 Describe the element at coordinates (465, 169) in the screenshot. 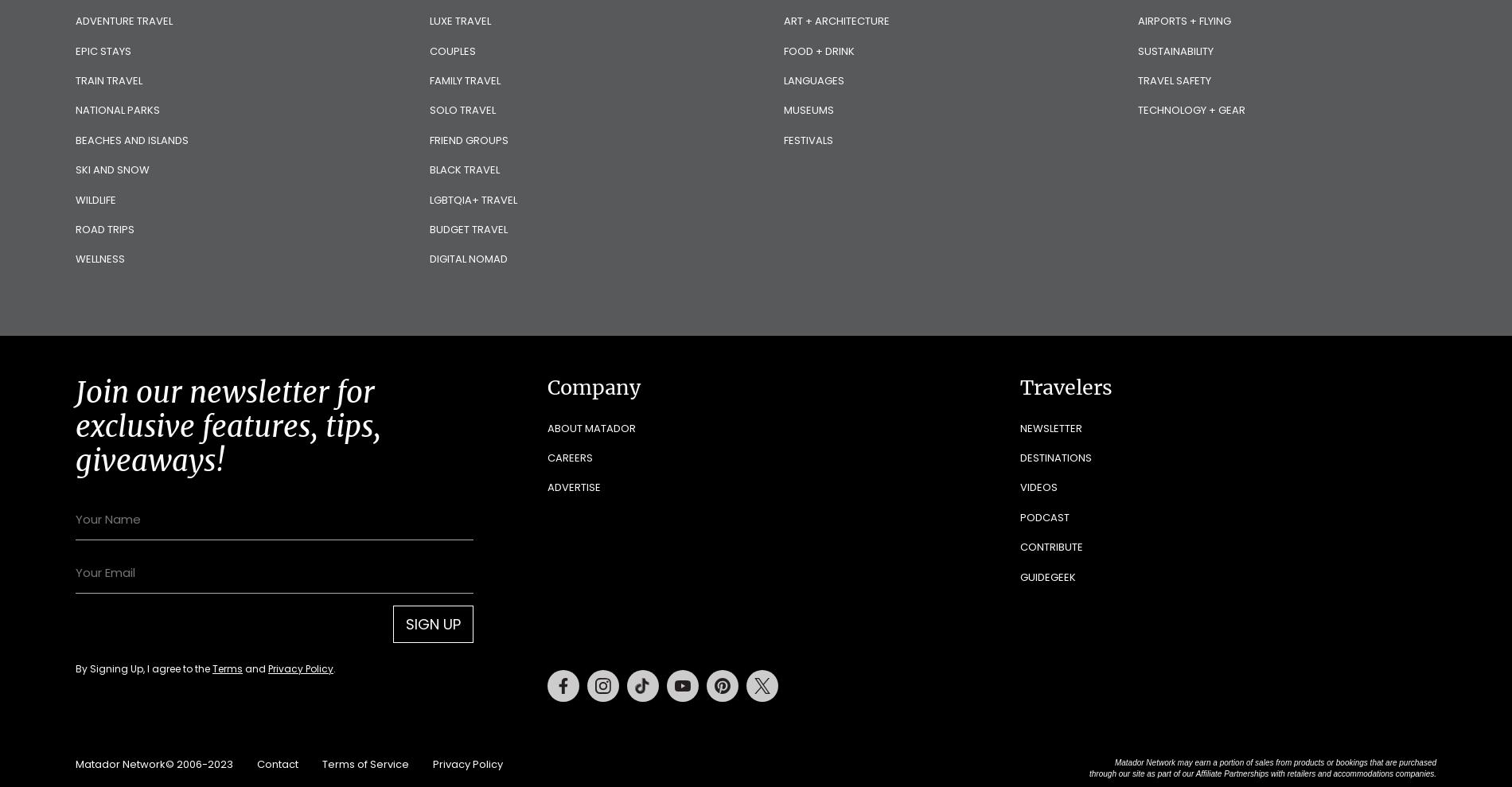

I see `'Black Travel'` at that location.